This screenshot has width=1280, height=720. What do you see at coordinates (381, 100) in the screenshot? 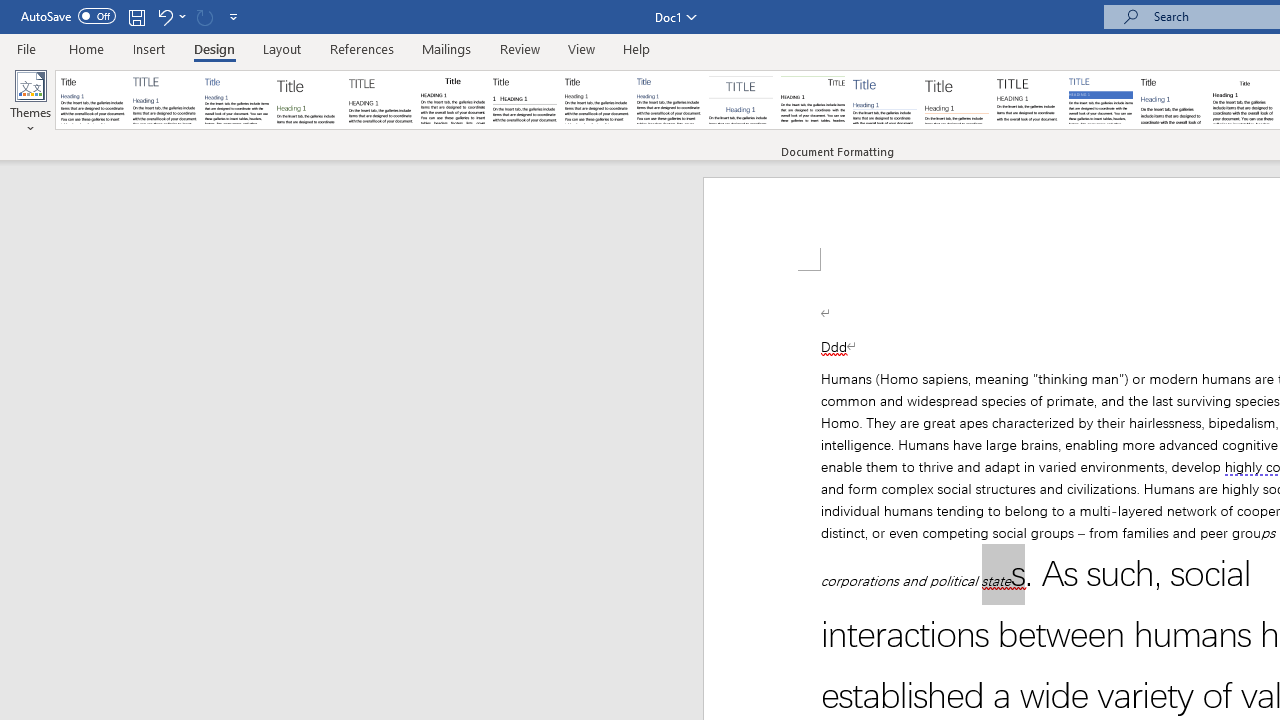
I see `'Black & White (Capitalized)'` at bounding box center [381, 100].